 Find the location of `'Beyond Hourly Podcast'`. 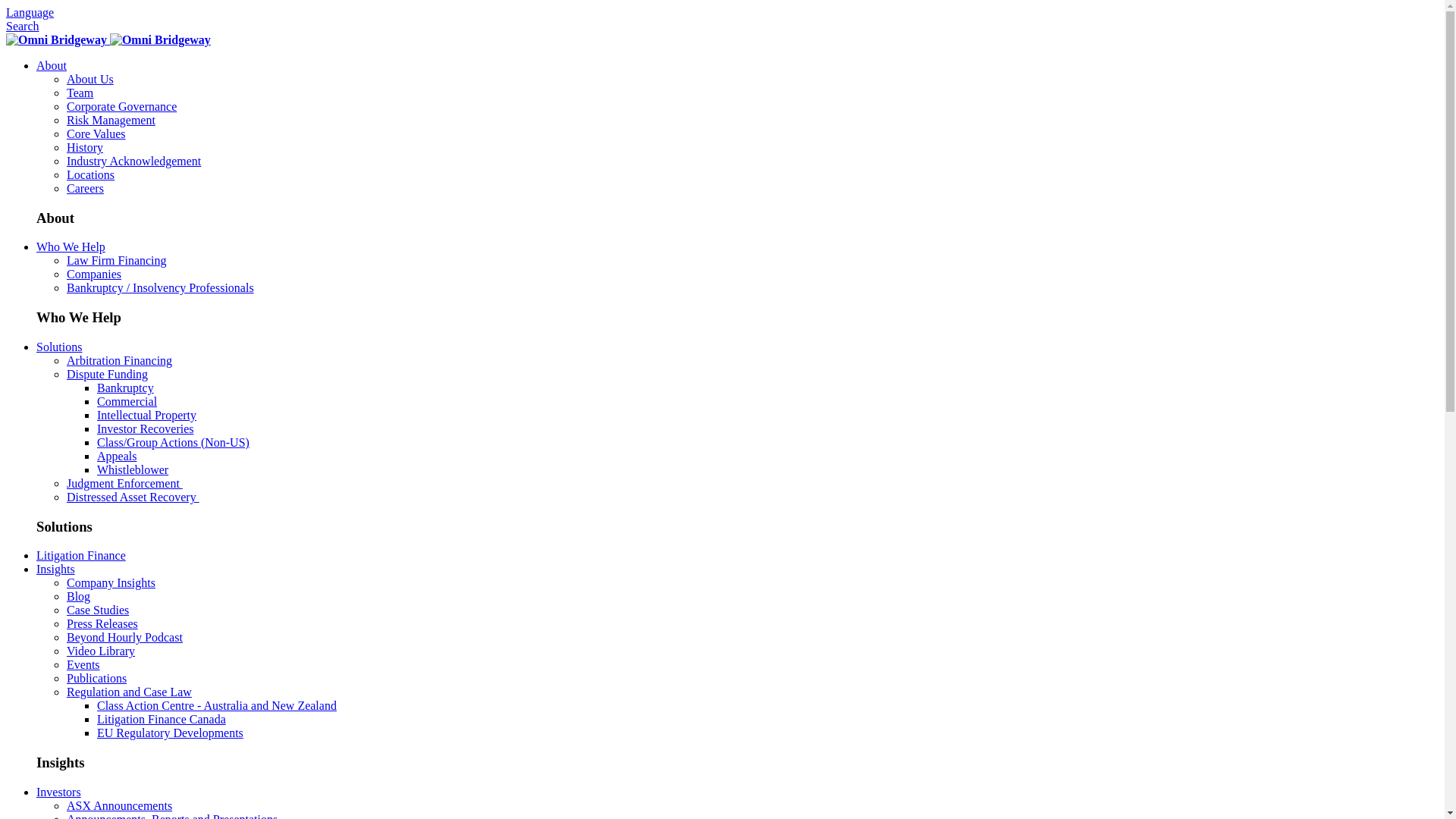

'Beyond Hourly Podcast' is located at coordinates (124, 637).